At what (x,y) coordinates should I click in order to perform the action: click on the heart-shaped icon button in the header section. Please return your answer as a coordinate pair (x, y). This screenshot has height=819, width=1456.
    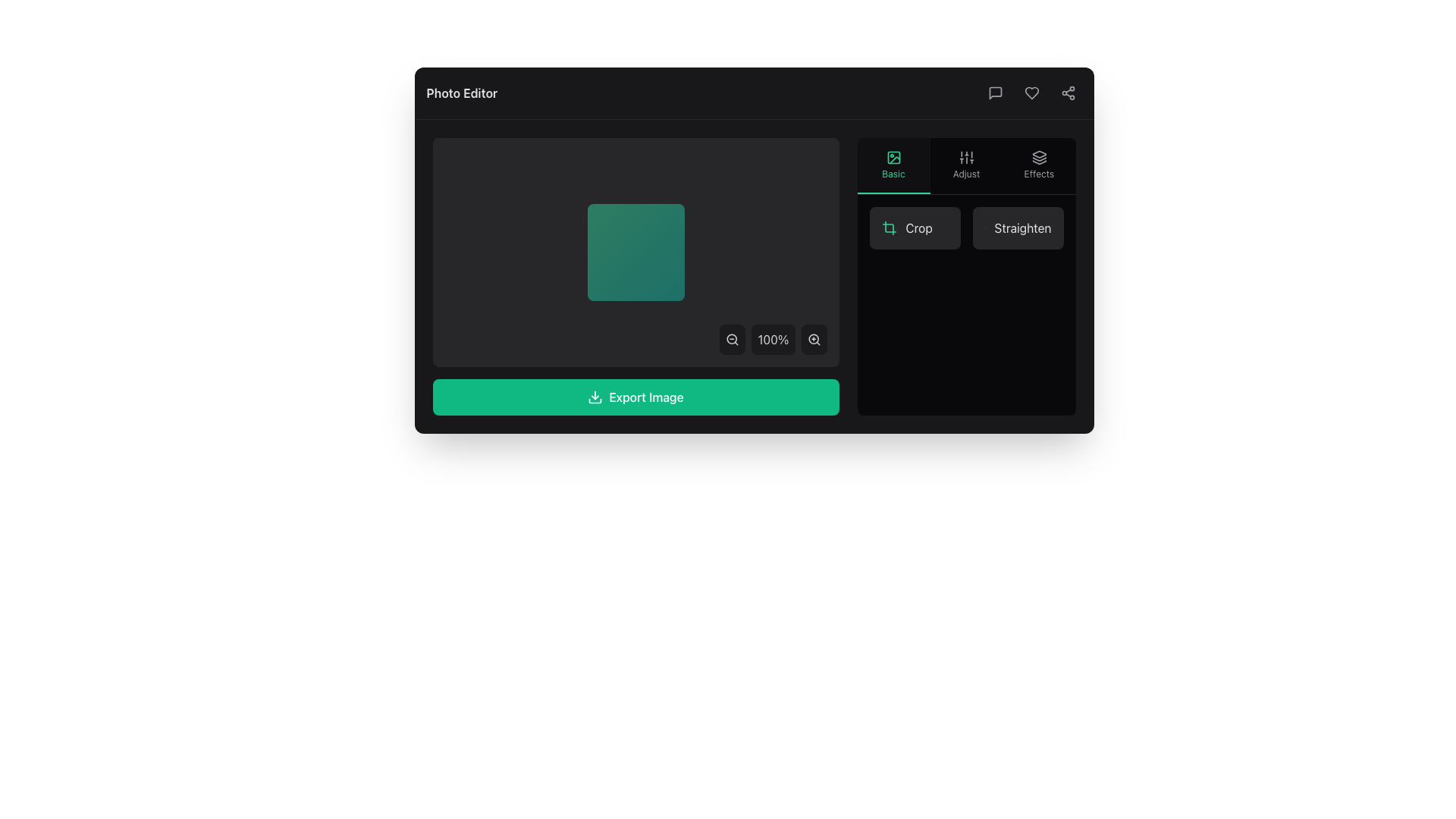
    Looking at the image, I should click on (1031, 93).